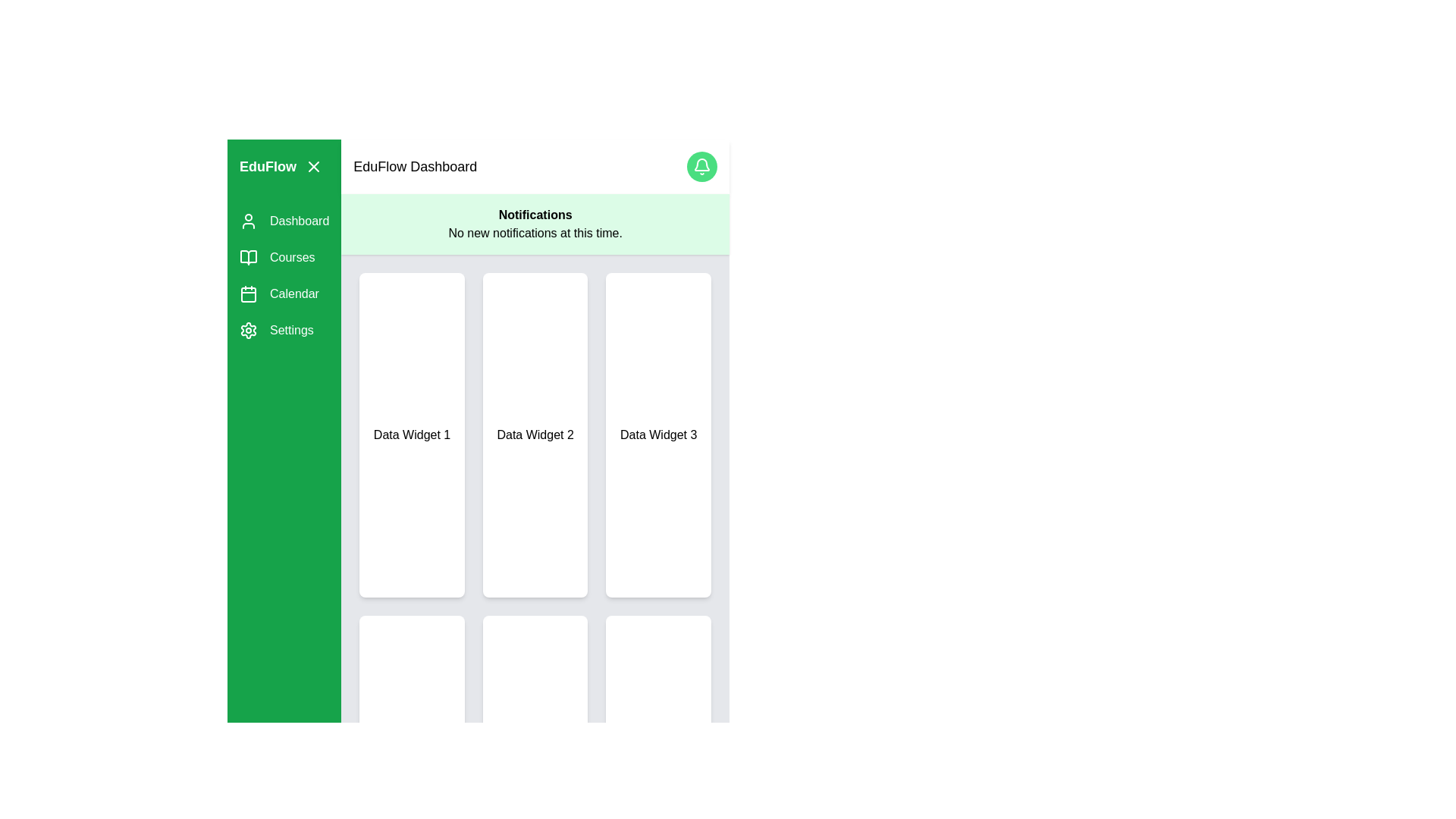 The height and width of the screenshot is (819, 1456). I want to click on the decorative graphical element of the calendar icon located in the sidebar menu, next to the 'Calendar' text label, so click(248, 295).